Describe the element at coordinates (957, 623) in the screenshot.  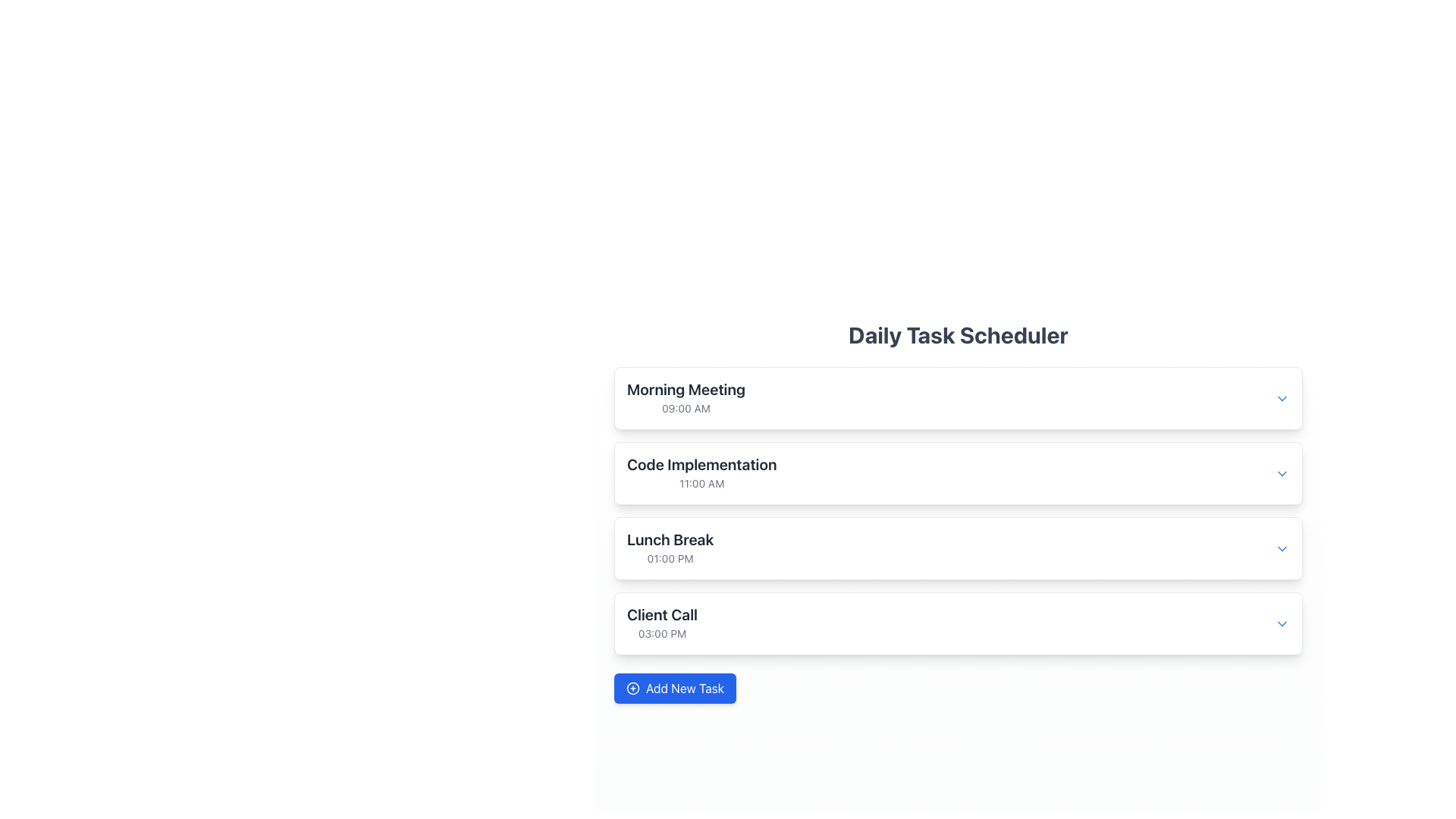
I see `the right arrow of the last Collapsible List Item in the 'Daily Task Scheduler'` at that location.